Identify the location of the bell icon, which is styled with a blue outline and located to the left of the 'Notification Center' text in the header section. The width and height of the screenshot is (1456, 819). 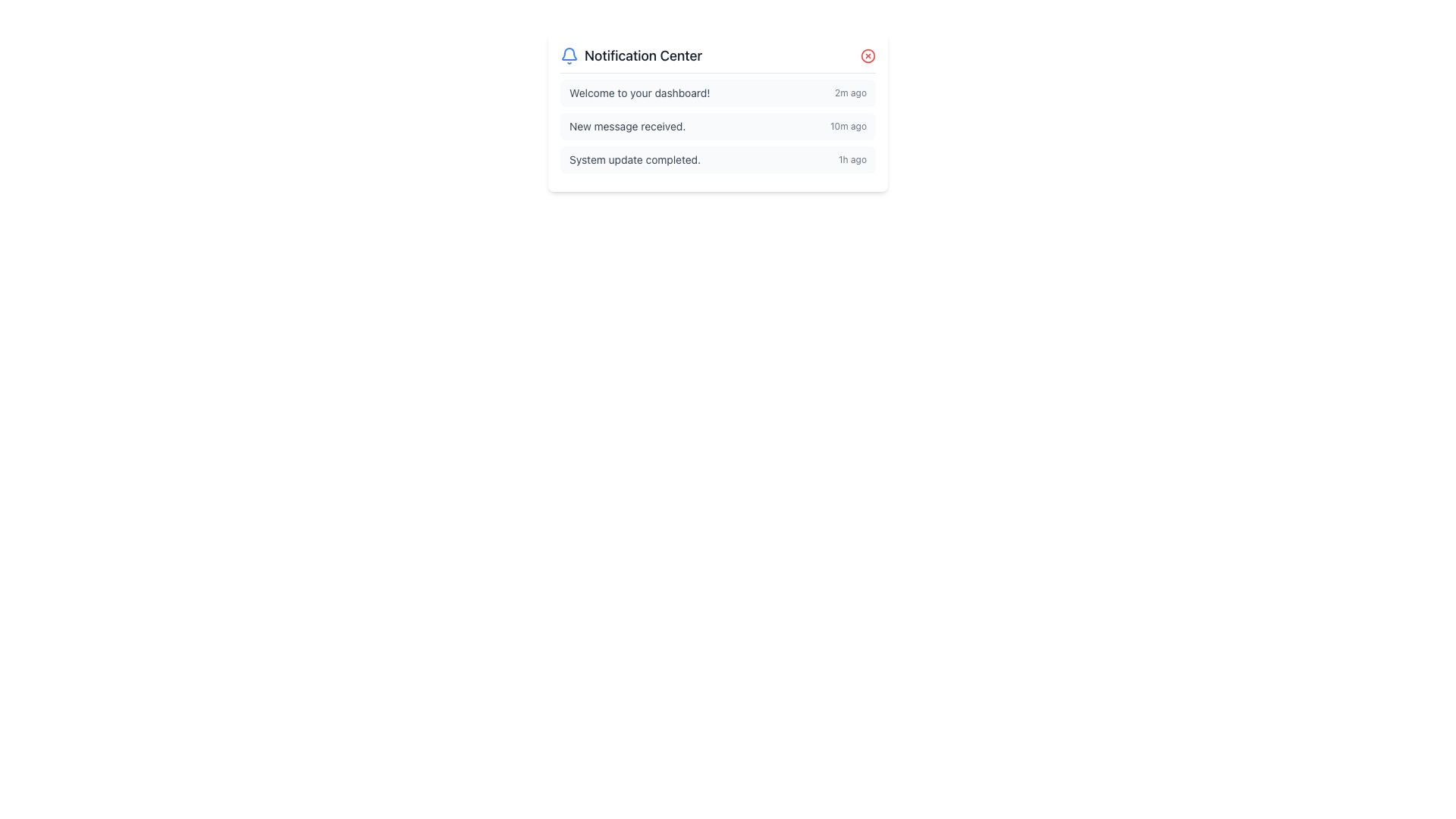
(568, 55).